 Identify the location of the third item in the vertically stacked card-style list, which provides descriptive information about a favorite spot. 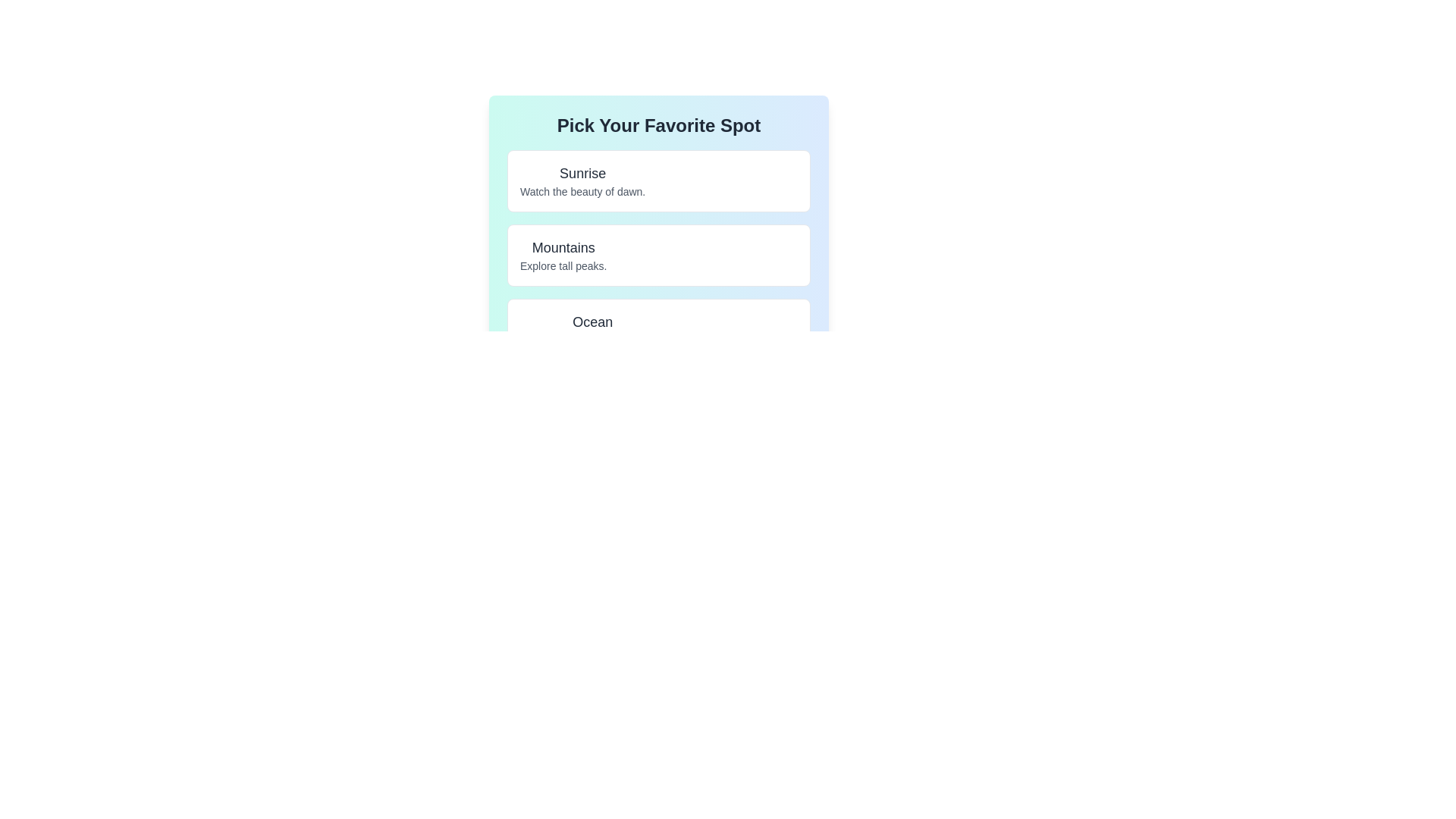
(591, 329).